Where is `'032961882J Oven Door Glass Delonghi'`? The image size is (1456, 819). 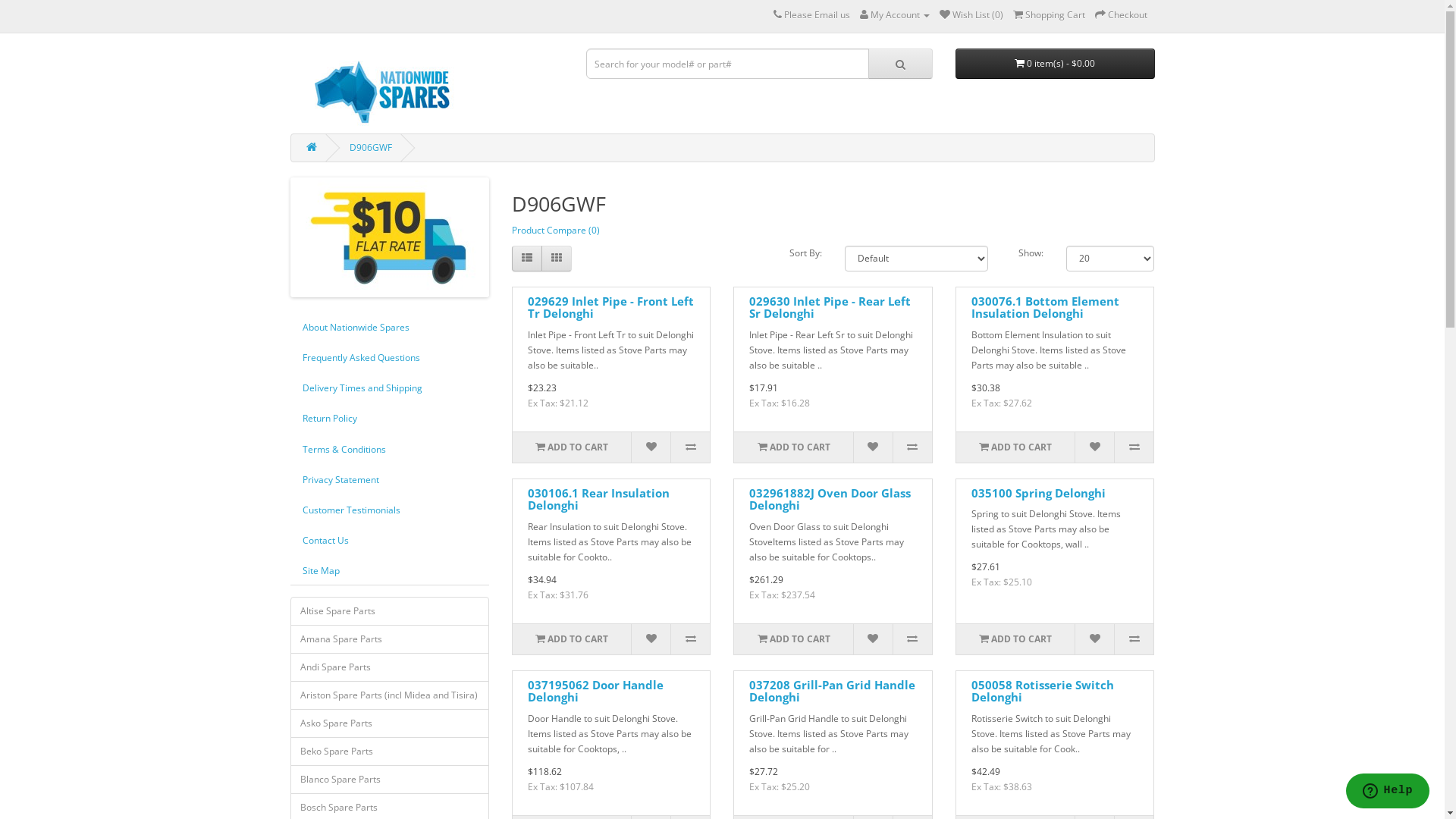
'032961882J Oven Door Glass Delonghi' is located at coordinates (829, 499).